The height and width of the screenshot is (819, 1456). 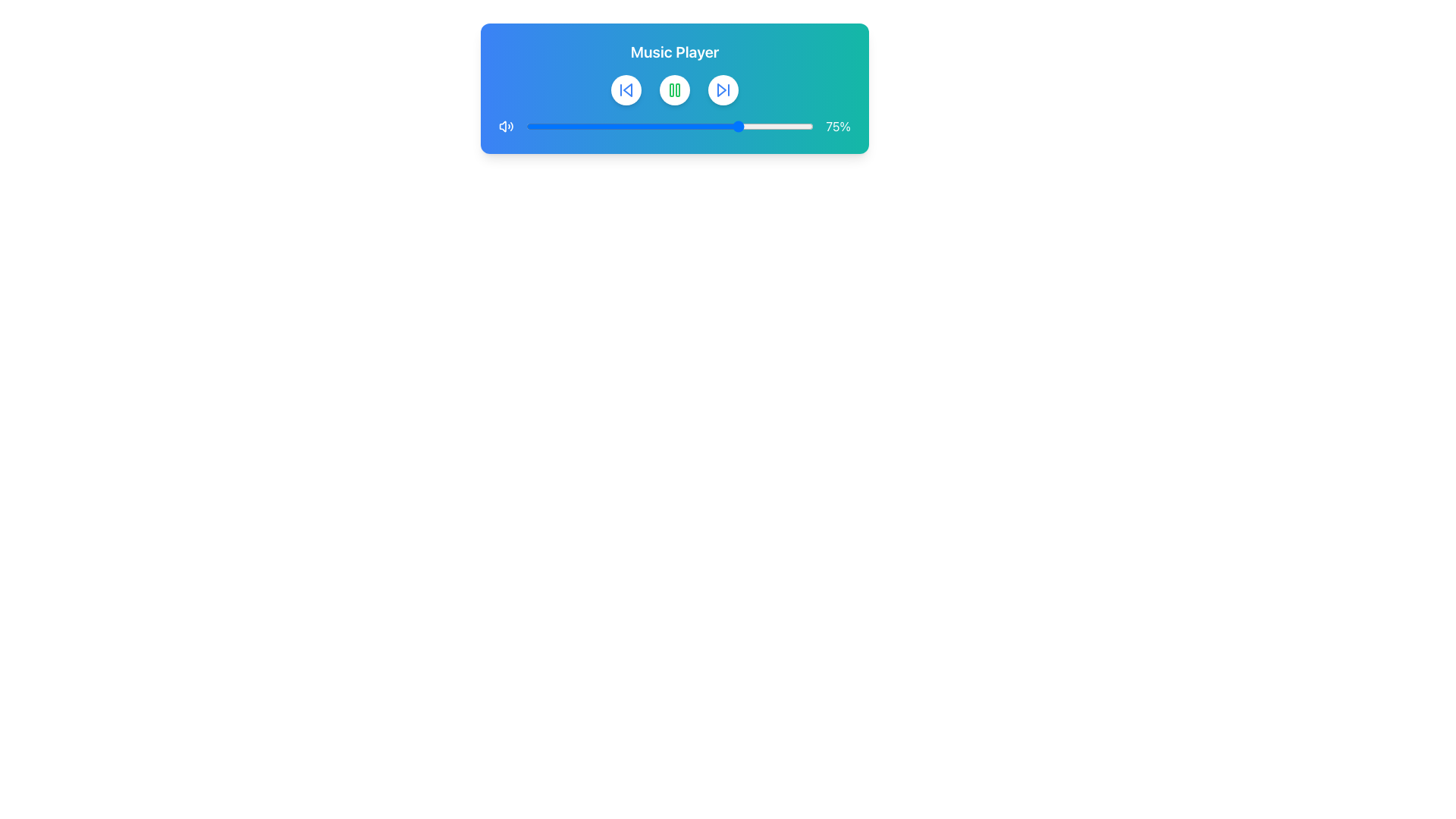 I want to click on the circular button with a white background and a blue outline of a backward arrow icon, so click(x=626, y=90).